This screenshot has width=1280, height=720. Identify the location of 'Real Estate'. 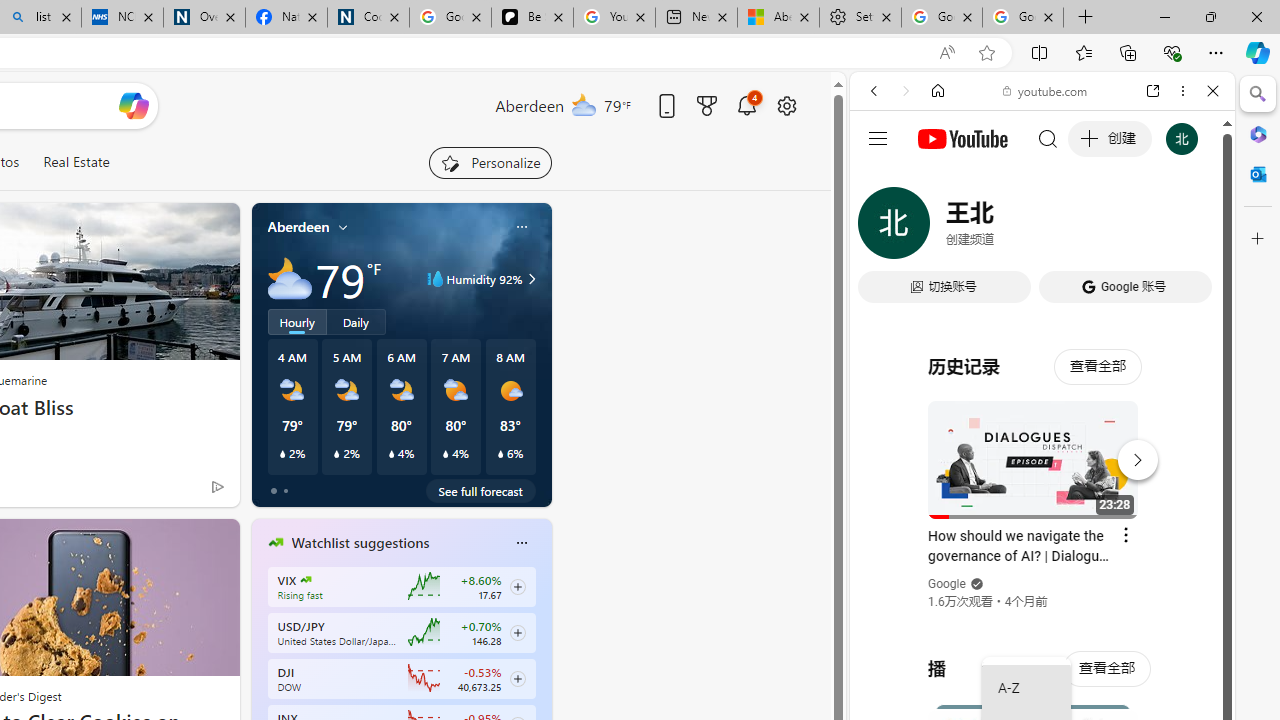
(76, 161).